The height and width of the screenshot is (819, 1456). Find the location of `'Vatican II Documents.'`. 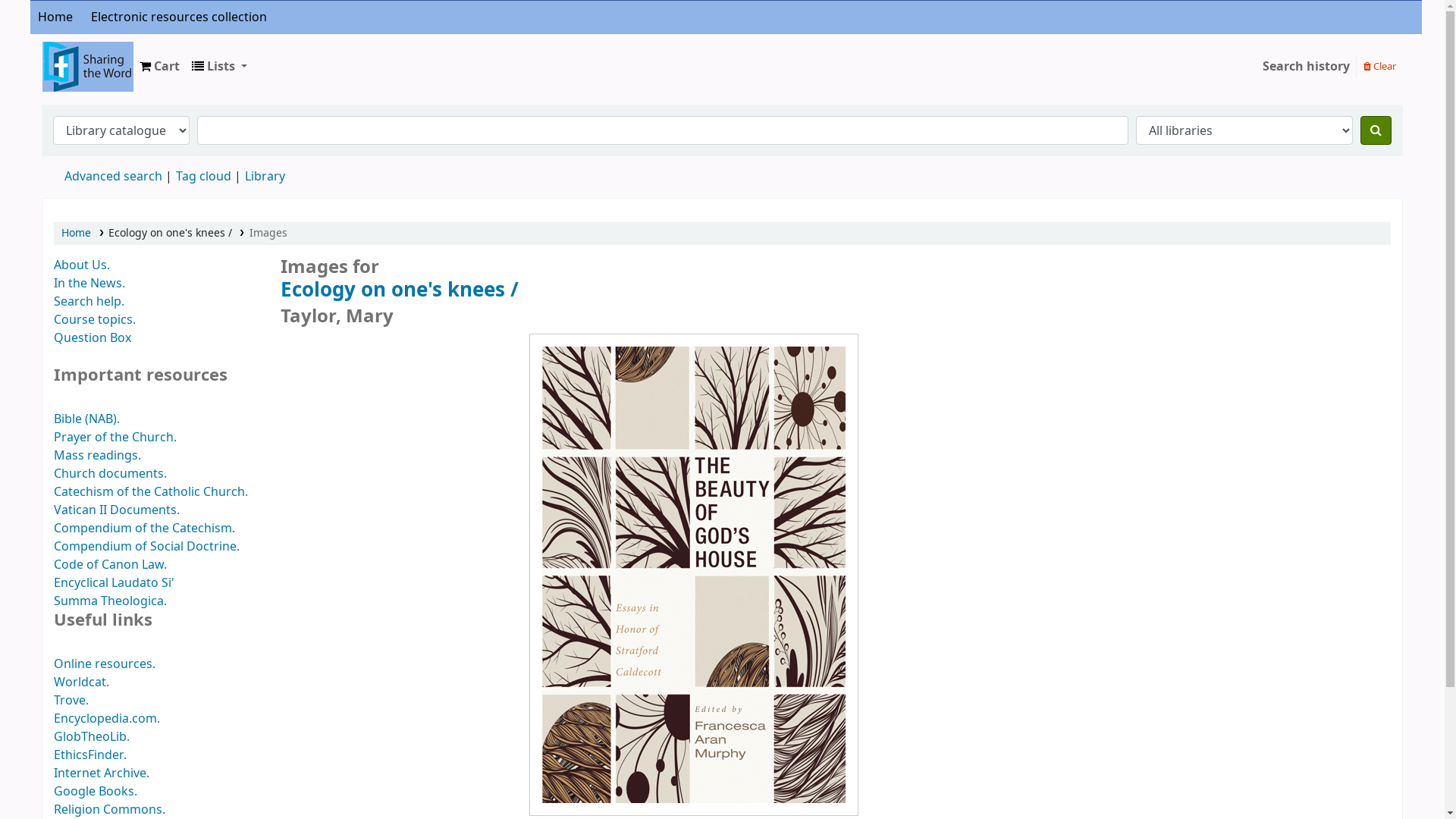

'Vatican II Documents.' is located at coordinates (54, 510).